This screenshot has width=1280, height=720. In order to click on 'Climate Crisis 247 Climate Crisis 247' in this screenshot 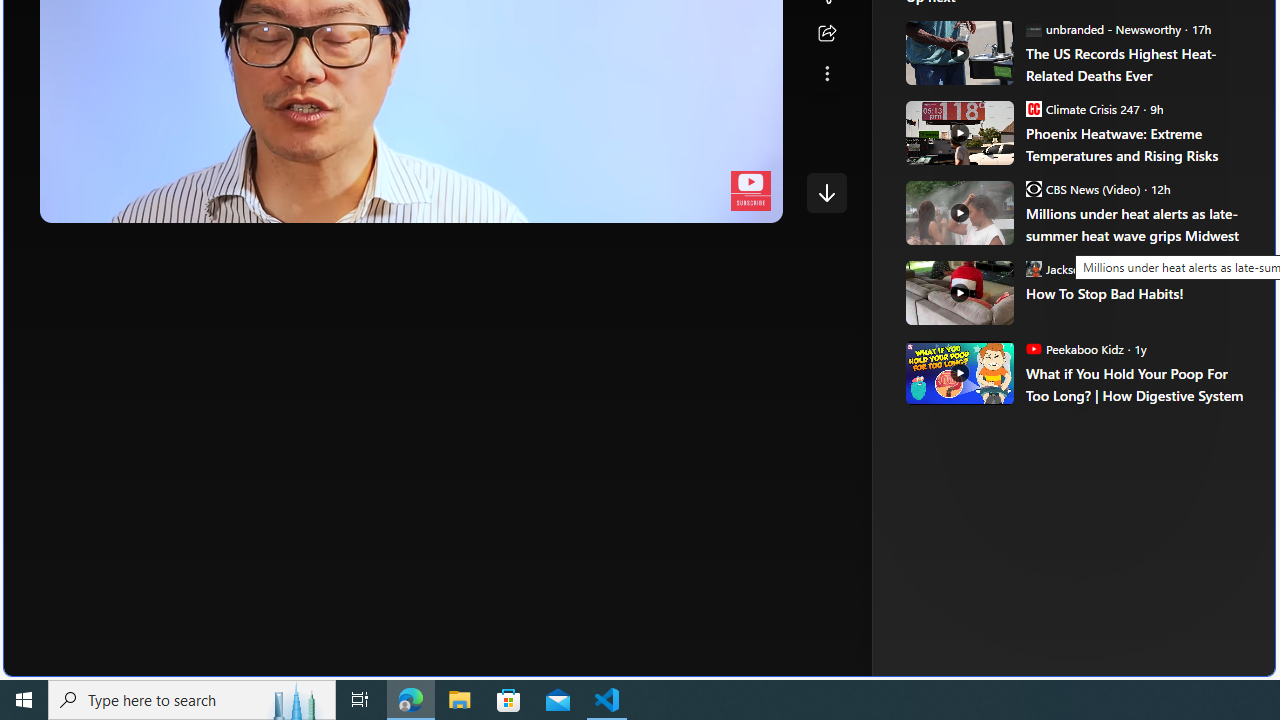, I will do `click(1081, 108)`.